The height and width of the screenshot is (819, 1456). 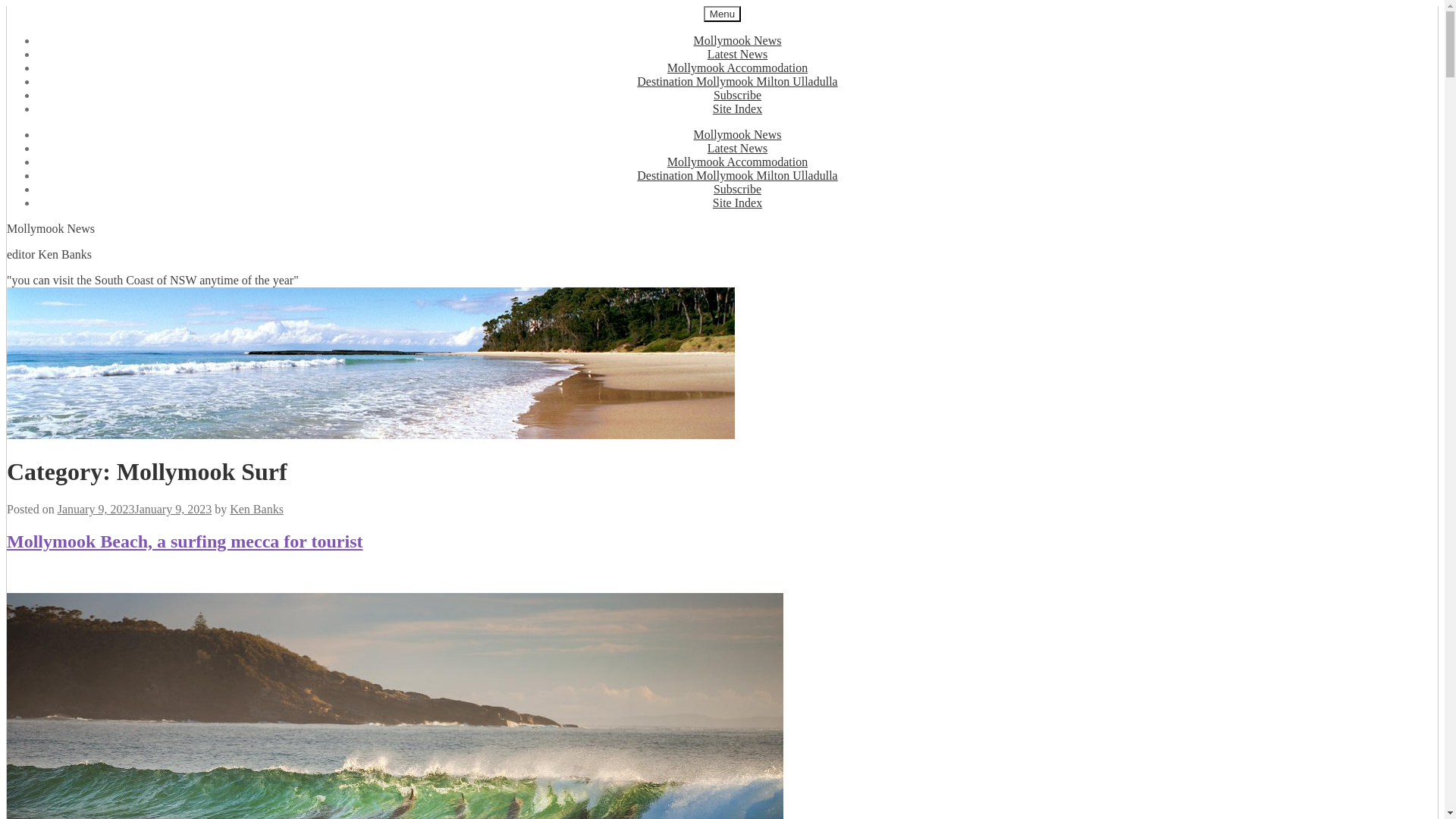 I want to click on 'Mollymook News', so click(x=736, y=133).